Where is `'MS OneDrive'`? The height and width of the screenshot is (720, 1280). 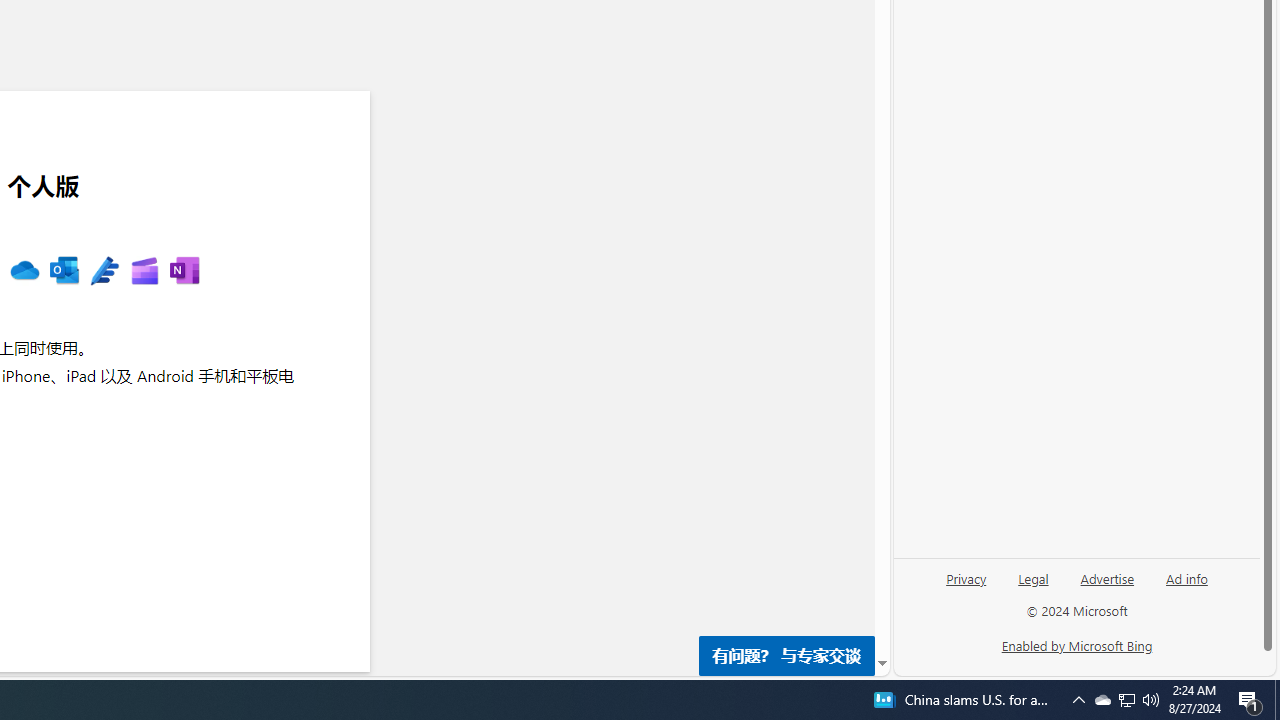 'MS OneDrive' is located at coordinates (24, 271).